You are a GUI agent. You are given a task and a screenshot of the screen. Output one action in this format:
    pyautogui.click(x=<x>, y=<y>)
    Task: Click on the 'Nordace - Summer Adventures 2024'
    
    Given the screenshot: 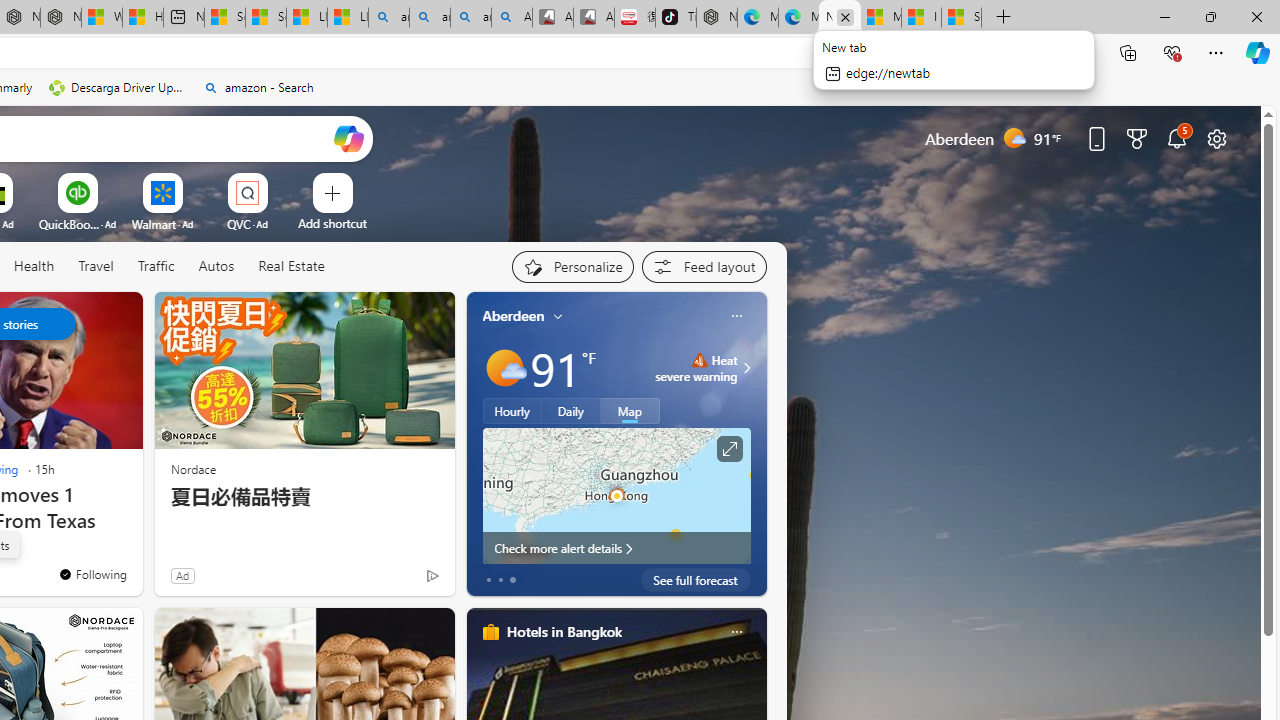 What is the action you would take?
    pyautogui.click(x=60, y=17)
    